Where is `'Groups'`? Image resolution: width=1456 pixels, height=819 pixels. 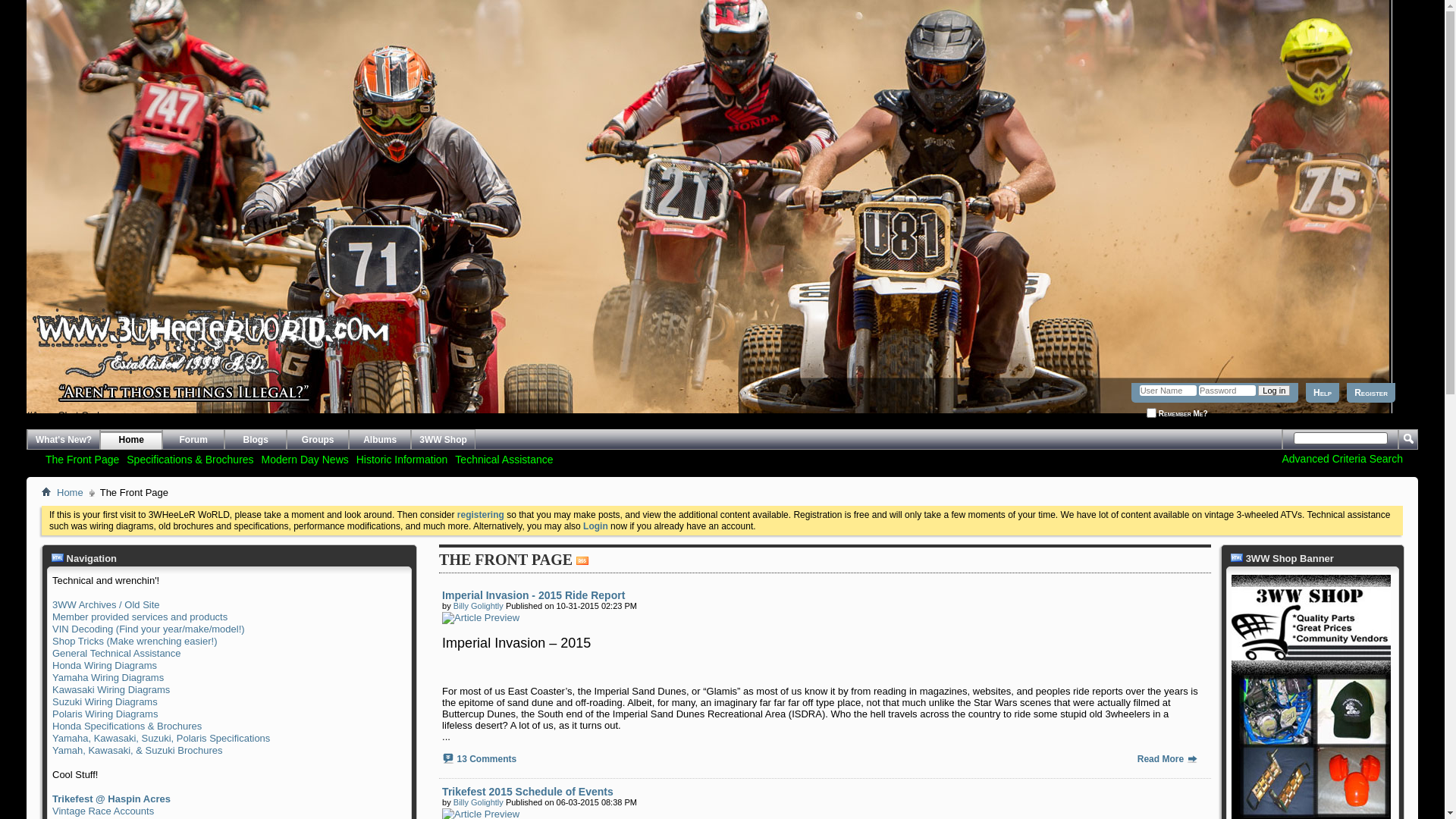 'Groups' is located at coordinates (316, 439).